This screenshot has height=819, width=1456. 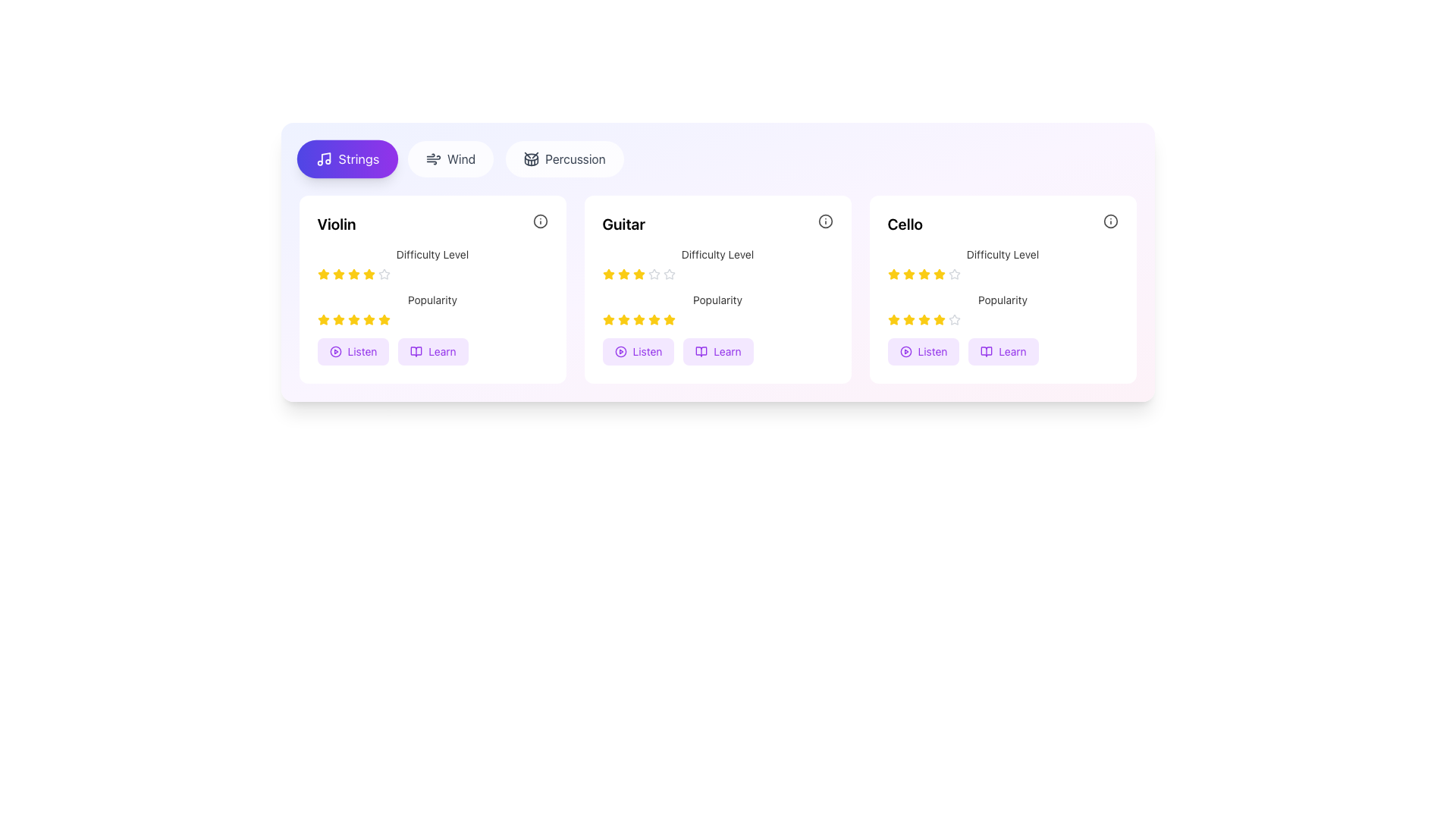 I want to click on the fifth star in the popularity metrics section of the 'Violin' card, which indicates the rating score, so click(x=369, y=318).